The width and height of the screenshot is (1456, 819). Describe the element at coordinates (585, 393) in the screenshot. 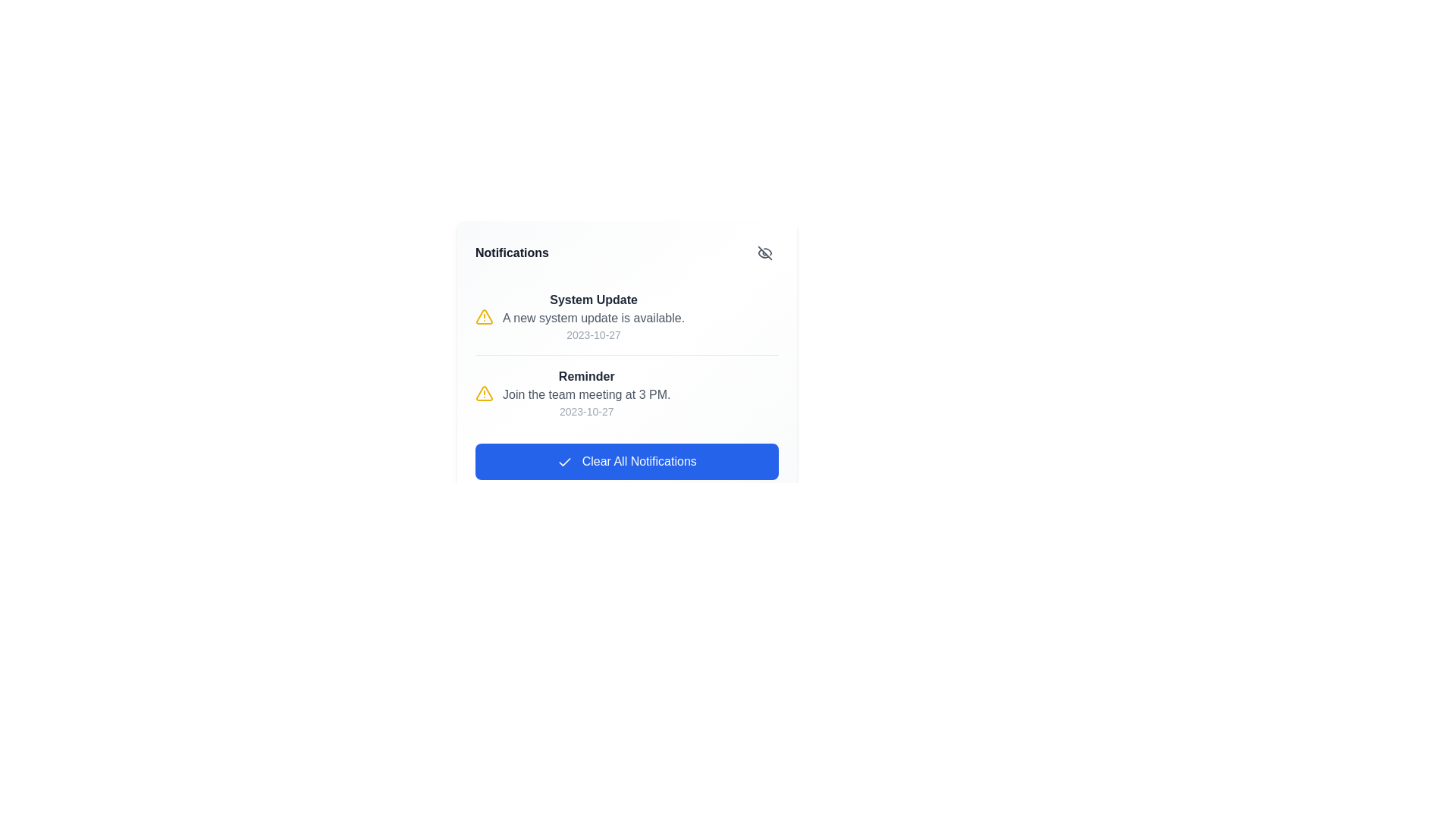

I see `the Static information group that presents a reminder about a meeting scheduled at a specific time, located in the second notification slot of the notification panel` at that location.